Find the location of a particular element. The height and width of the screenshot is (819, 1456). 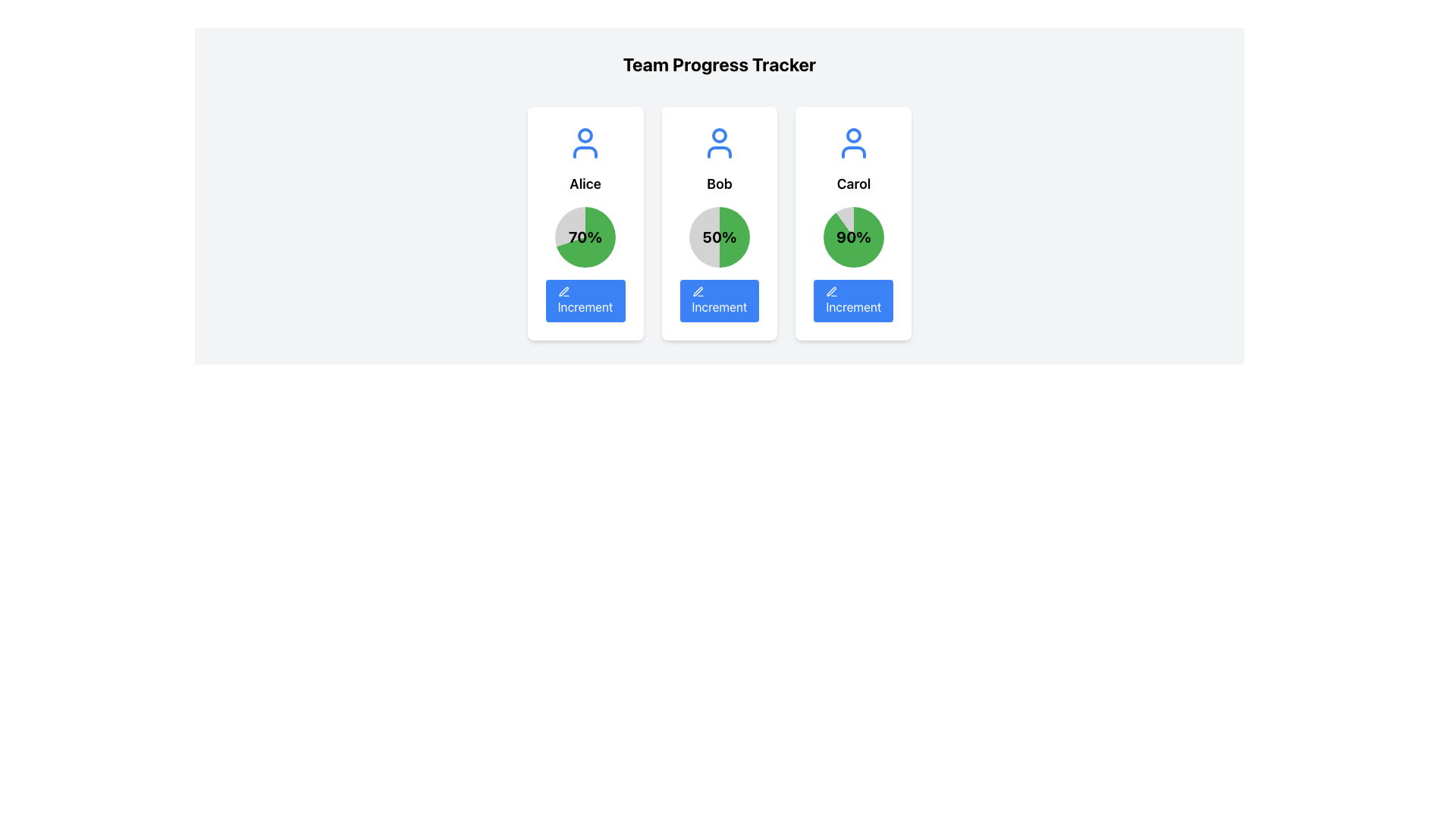

the edit icon located below the progress circle labeled '70%' for the increment button associated with Alice is located at coordinates (563, 292).